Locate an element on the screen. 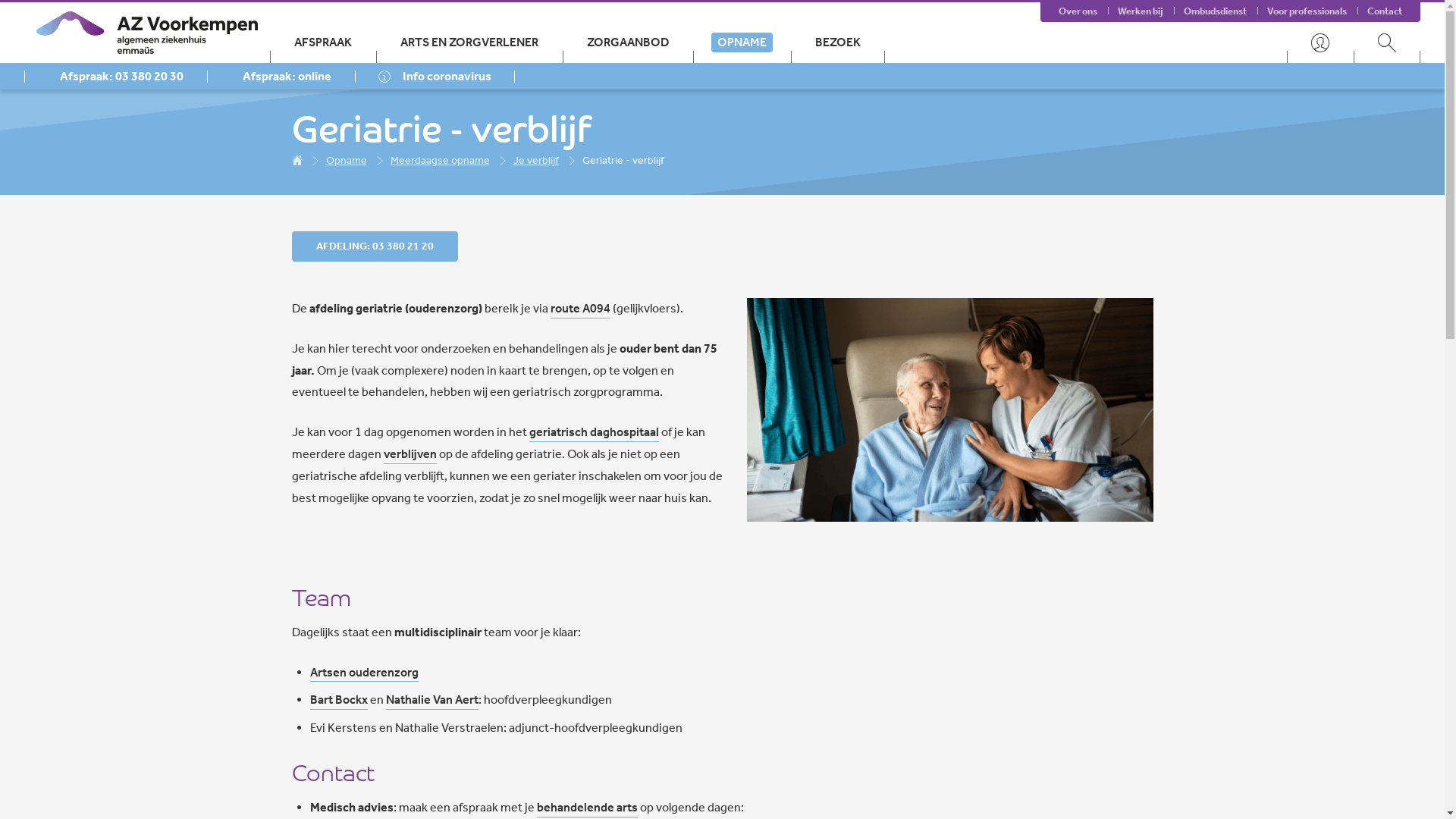 The width and height of the screenshot is (1456, 819). 'ARTS EN ZORGVERLENER' is located at coordinates (469, 42).